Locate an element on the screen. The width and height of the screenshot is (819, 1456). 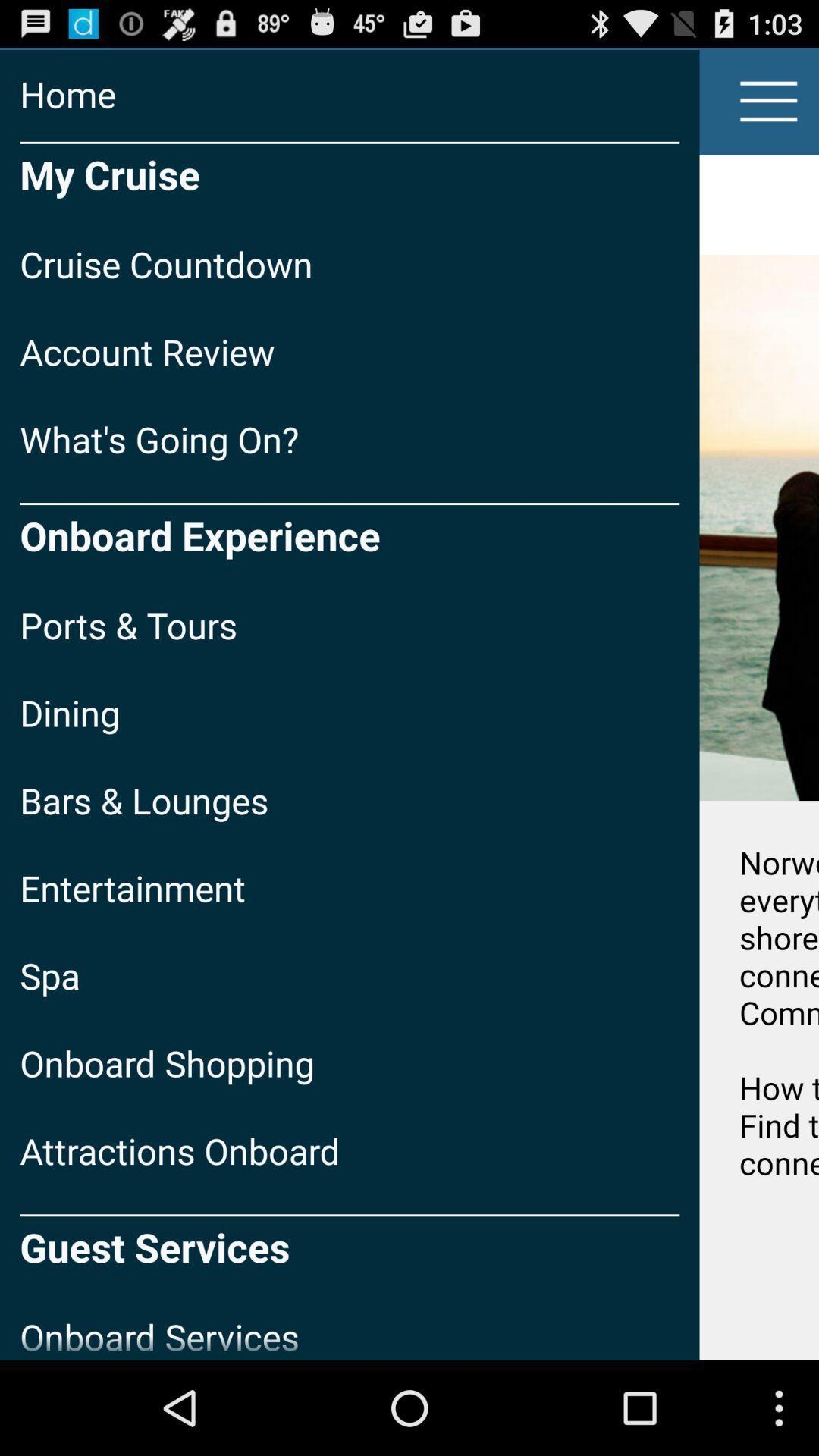
home icon is located at coordinates (350, 93).